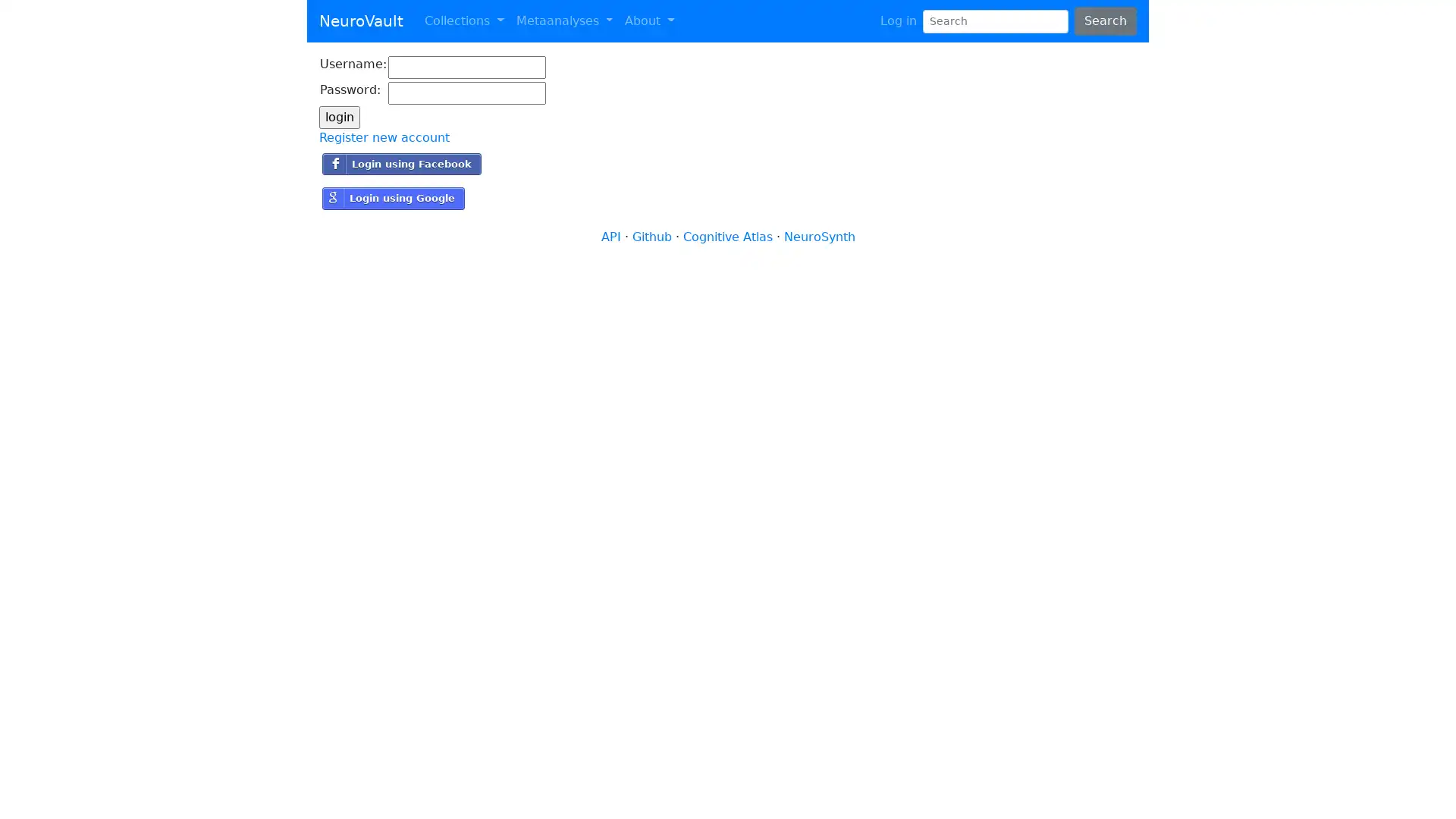 Image resolution: width=1456 pixels, height=819 pixels. I want to click on login, so click(338, 116).